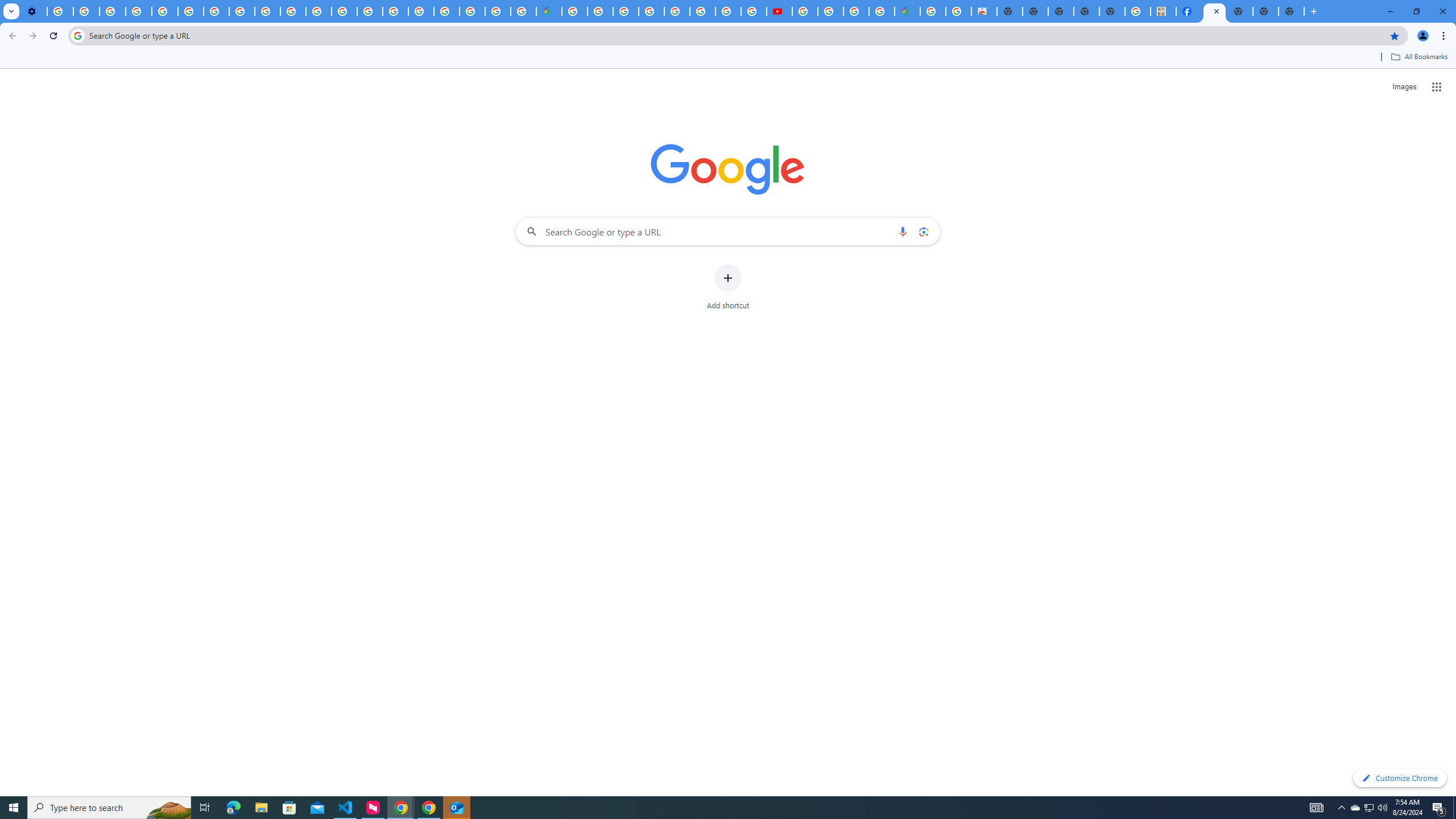 This screenshot has height=819, width=1456. What do you see at coordinates (1418, 56) in the screenshot?
I see `'All Bookmarks'` at bounding box center [1418, 56].